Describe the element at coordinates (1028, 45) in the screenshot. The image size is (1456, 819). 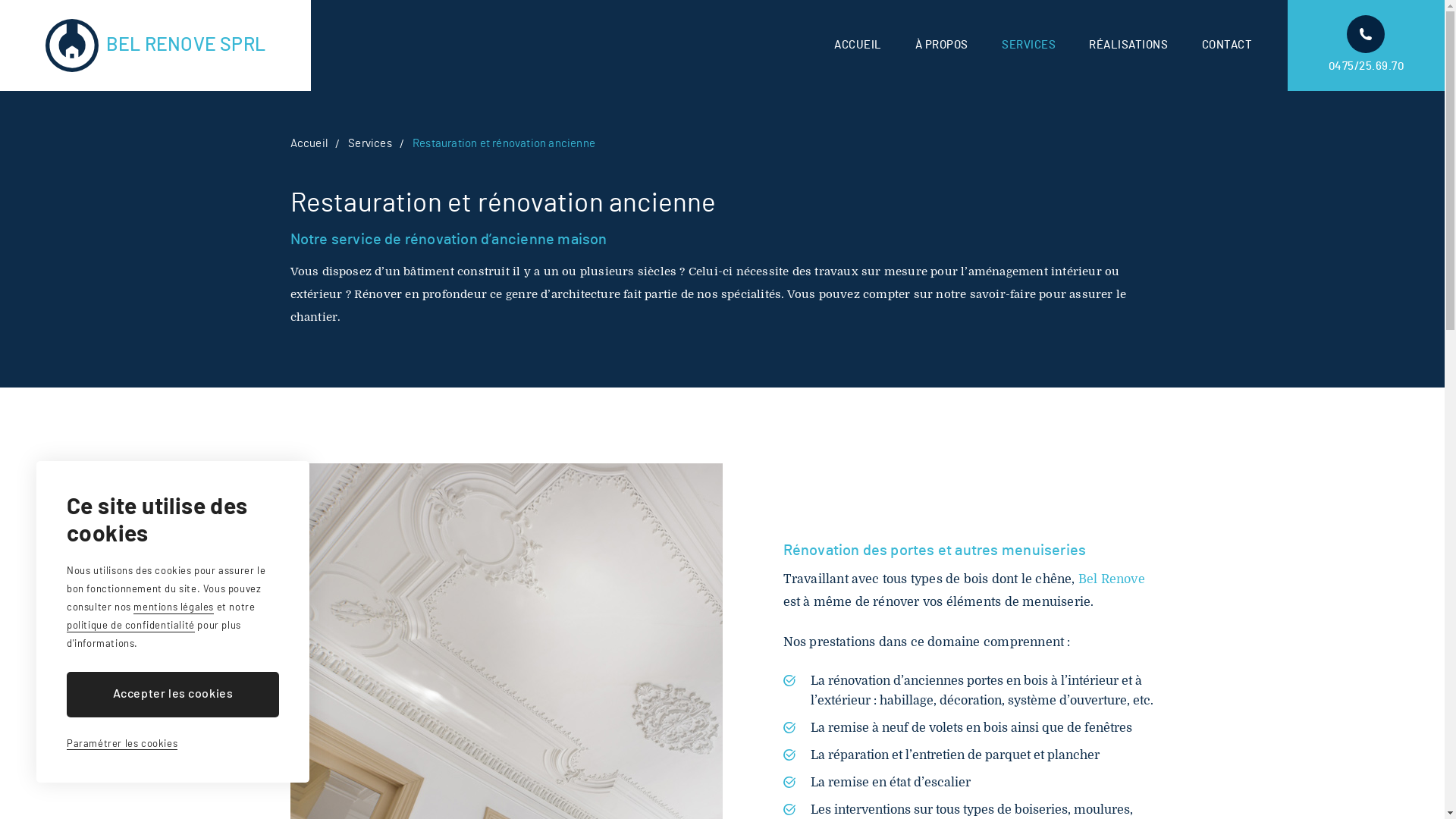
I see `'SERVICES'` at that location.